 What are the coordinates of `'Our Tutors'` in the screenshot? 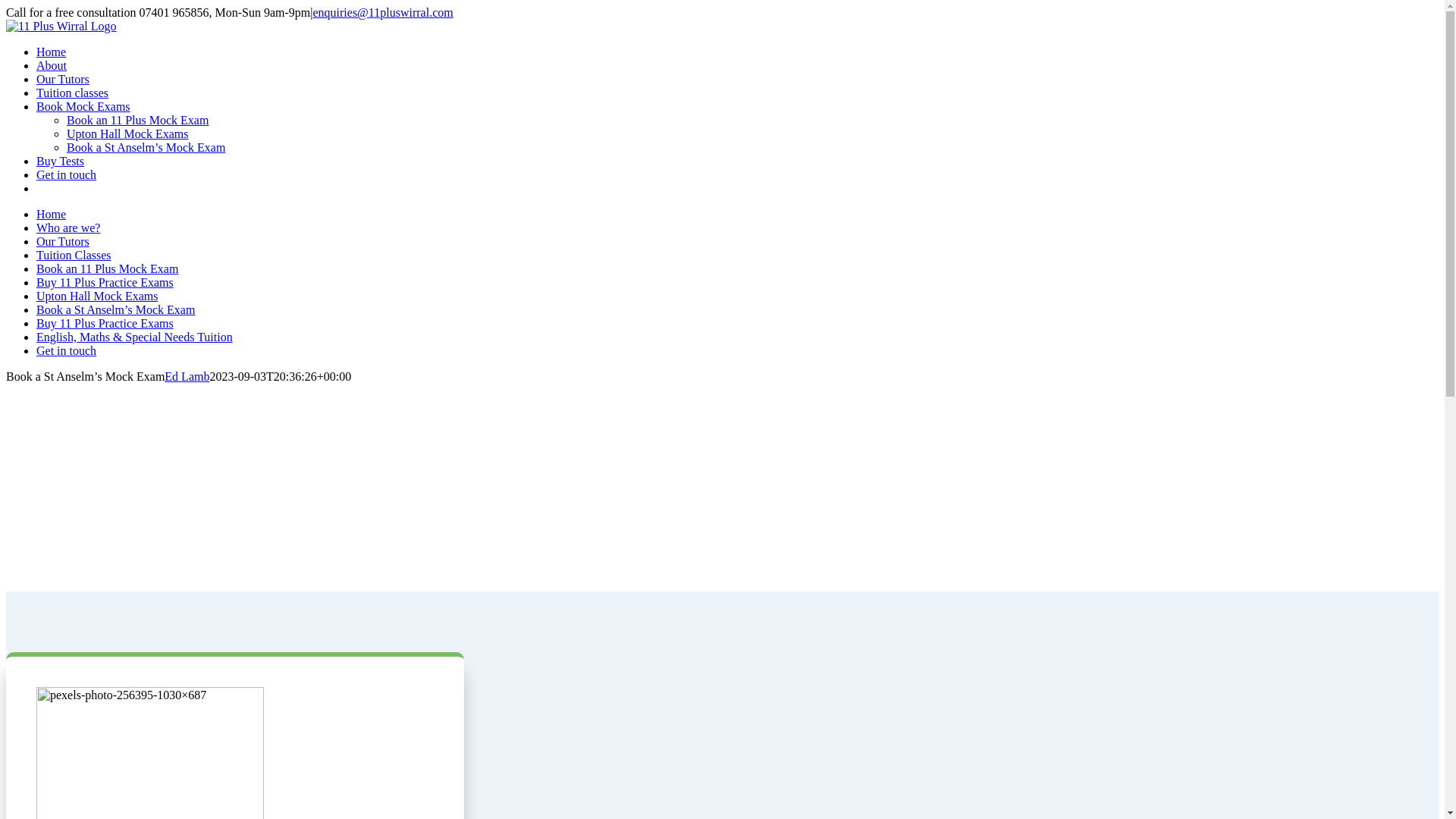 It's located at (61, 240).